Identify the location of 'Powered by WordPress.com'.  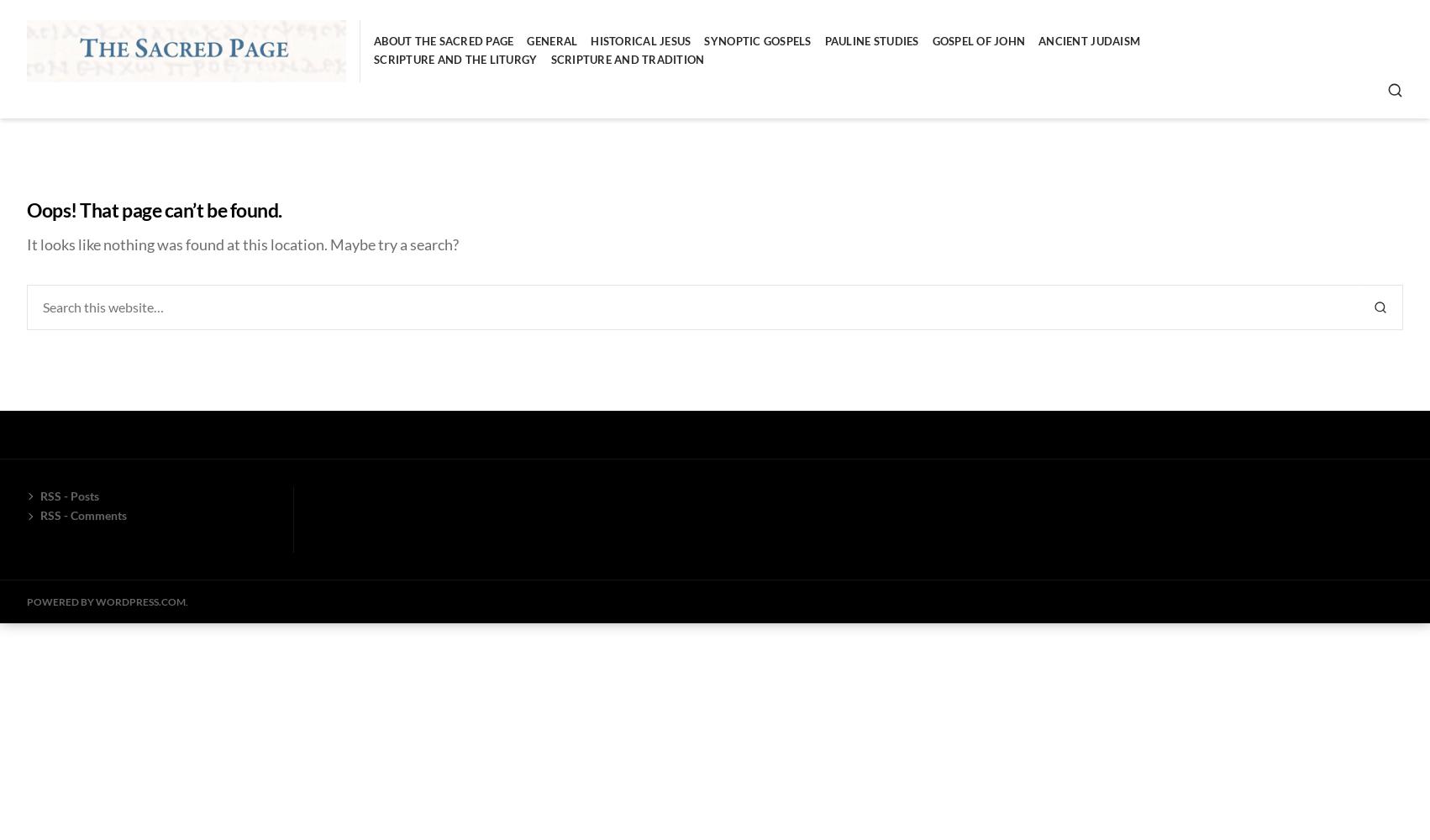
(106, 600).